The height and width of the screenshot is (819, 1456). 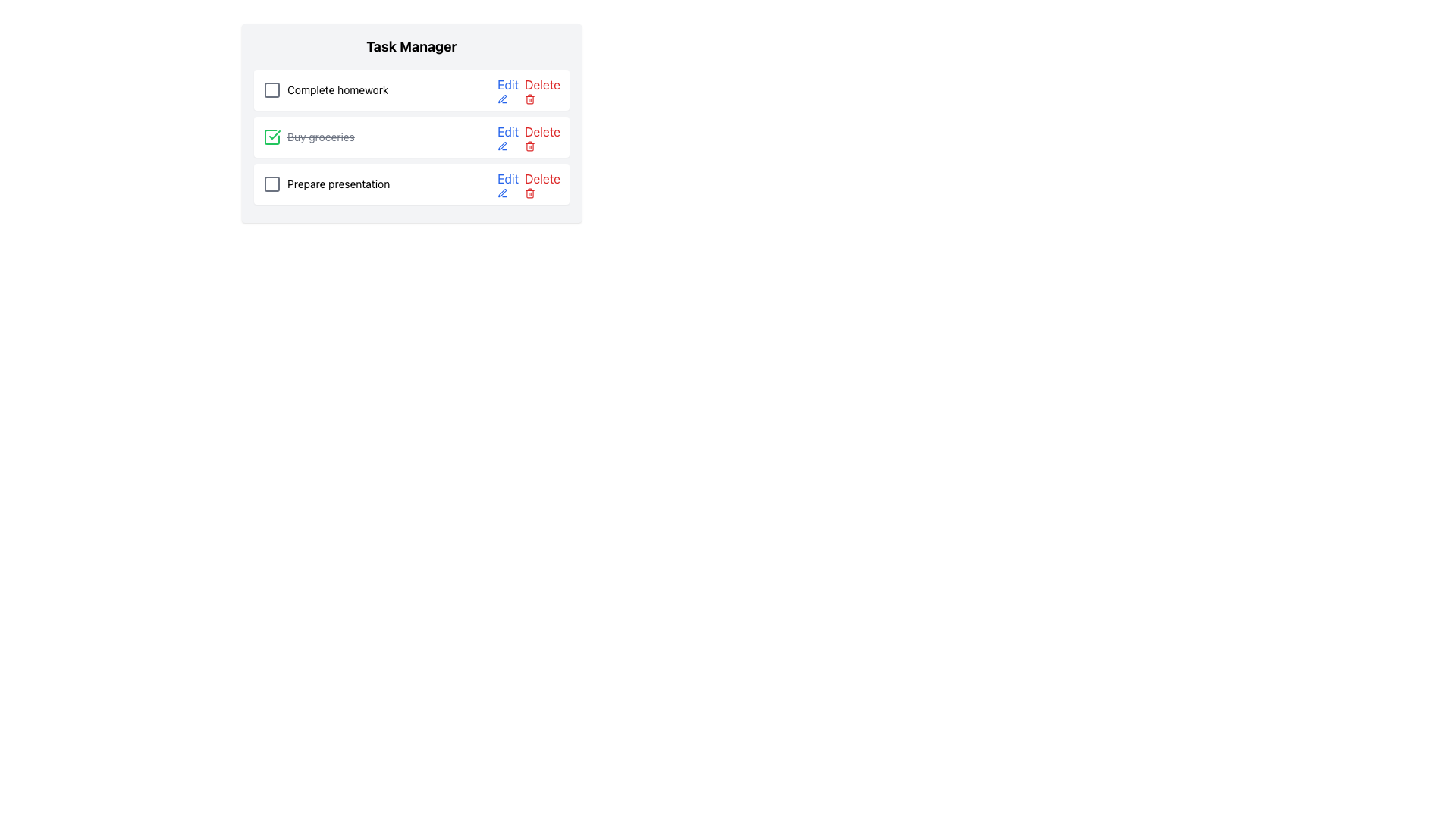 What do you see at coordinates (542, 90) in the screenshot?
I see `the red 'Delete' text link with a trashcan icon located on the right-hand side of the second task row` at bounding box center [542, 90].